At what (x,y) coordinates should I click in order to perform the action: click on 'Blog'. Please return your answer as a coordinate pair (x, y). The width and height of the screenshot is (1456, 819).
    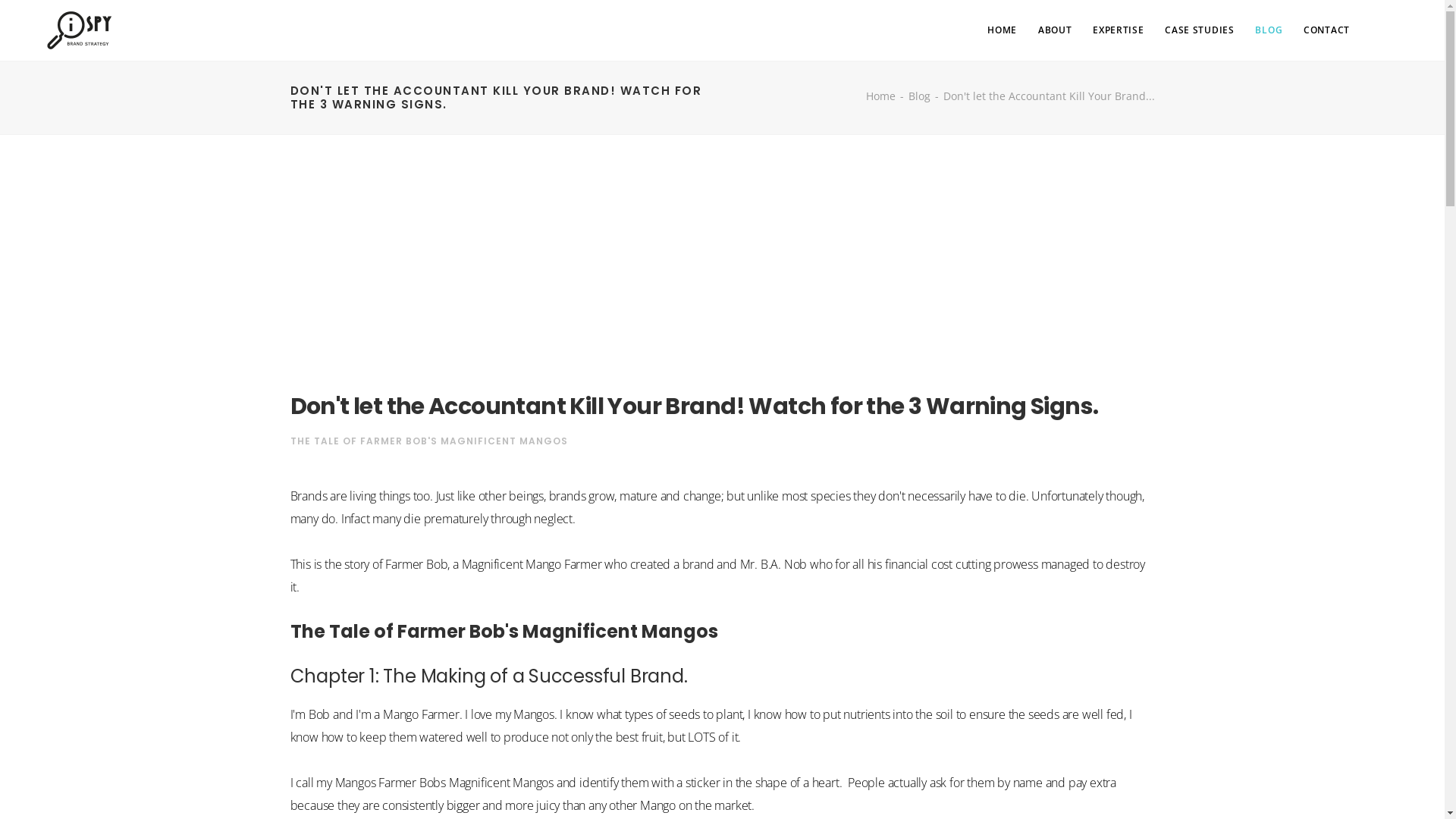
    Looking at the image, I should click on (908, 96).